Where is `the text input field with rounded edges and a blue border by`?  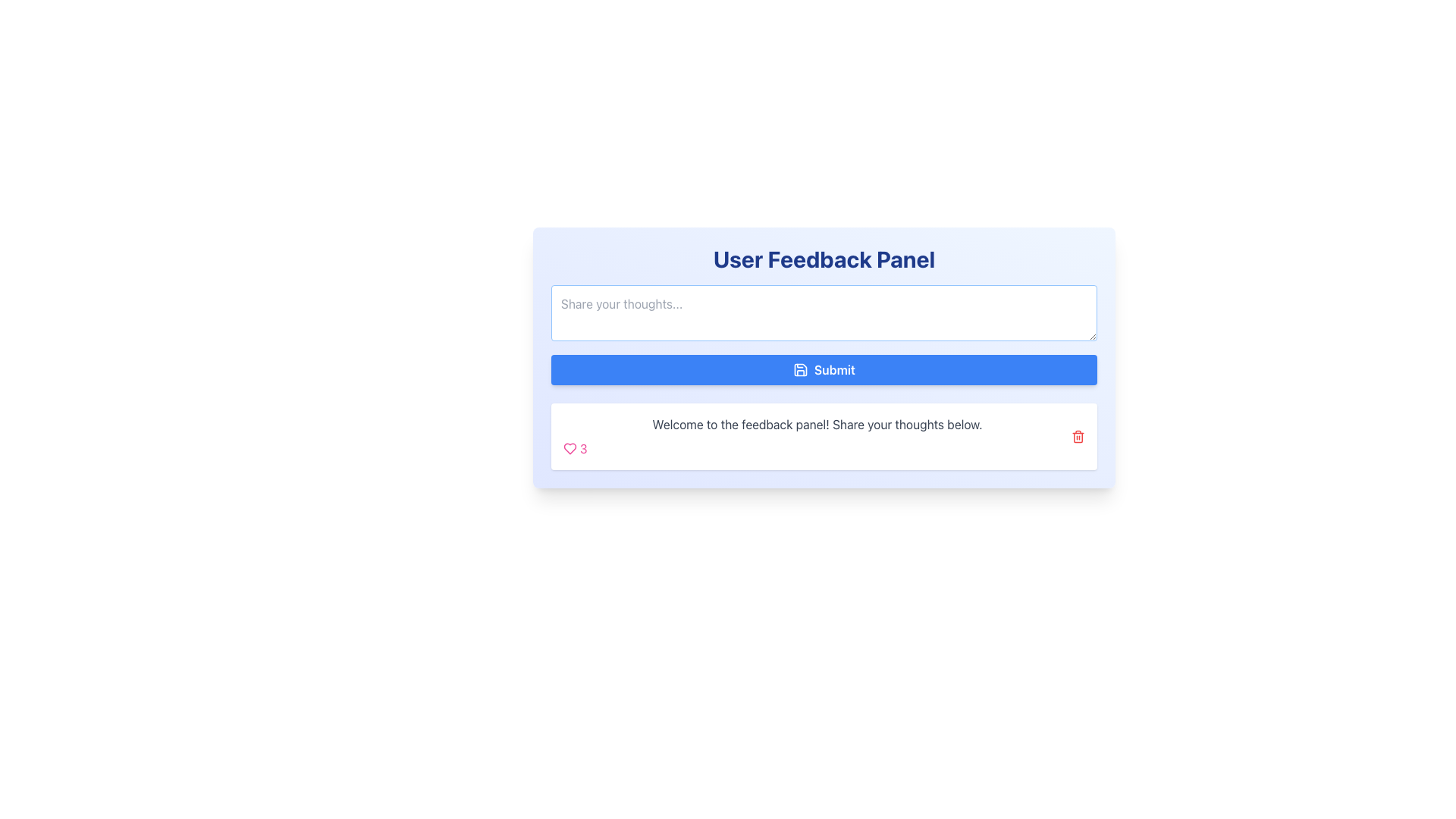
the text input field with rounded edges and a blue border by is located at coordinates (823, 312).